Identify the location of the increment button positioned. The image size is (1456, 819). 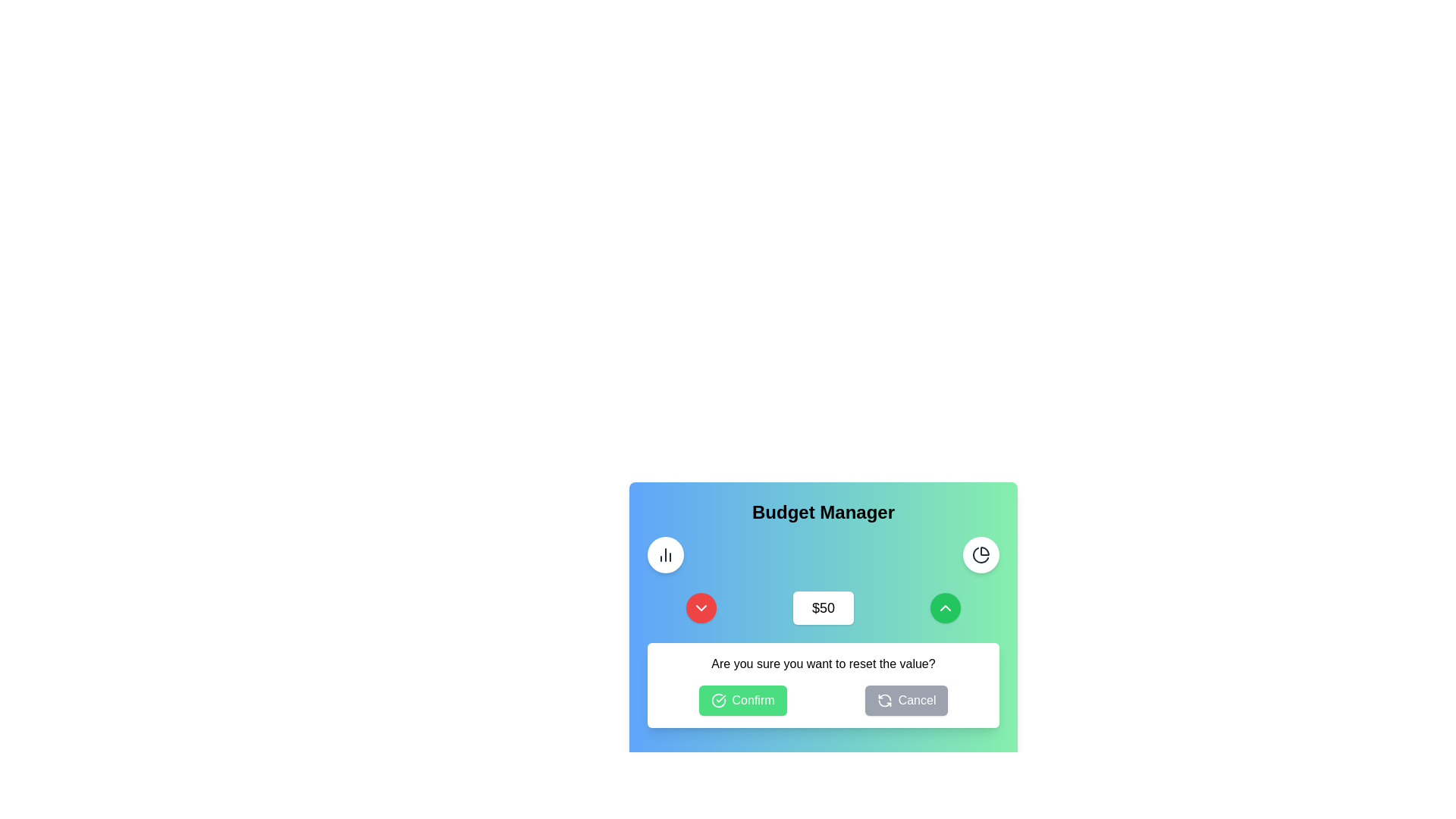
(945, 607).